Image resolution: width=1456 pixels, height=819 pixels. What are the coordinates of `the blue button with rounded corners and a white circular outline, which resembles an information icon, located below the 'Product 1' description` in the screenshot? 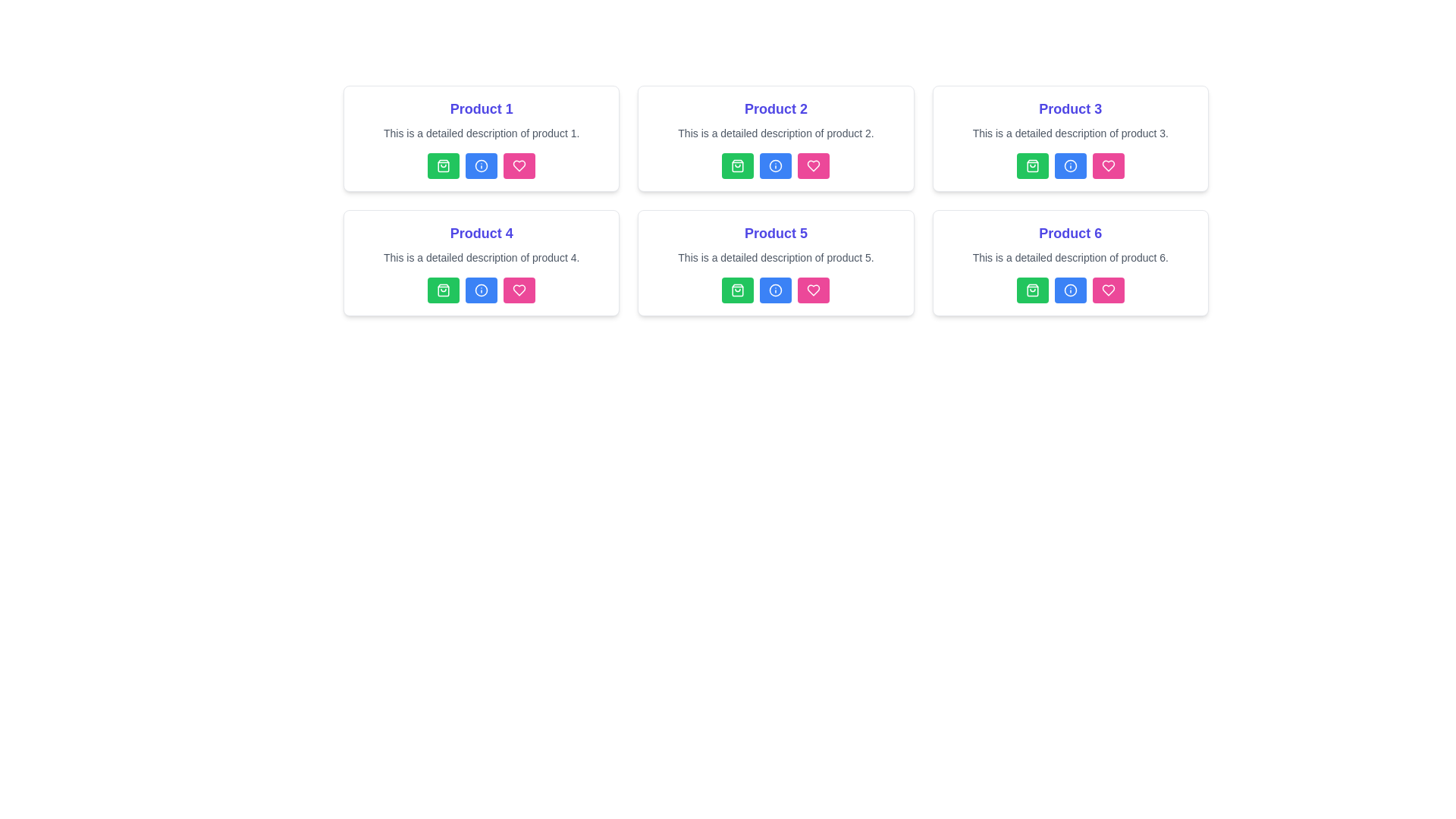 It's located at (481, 166).